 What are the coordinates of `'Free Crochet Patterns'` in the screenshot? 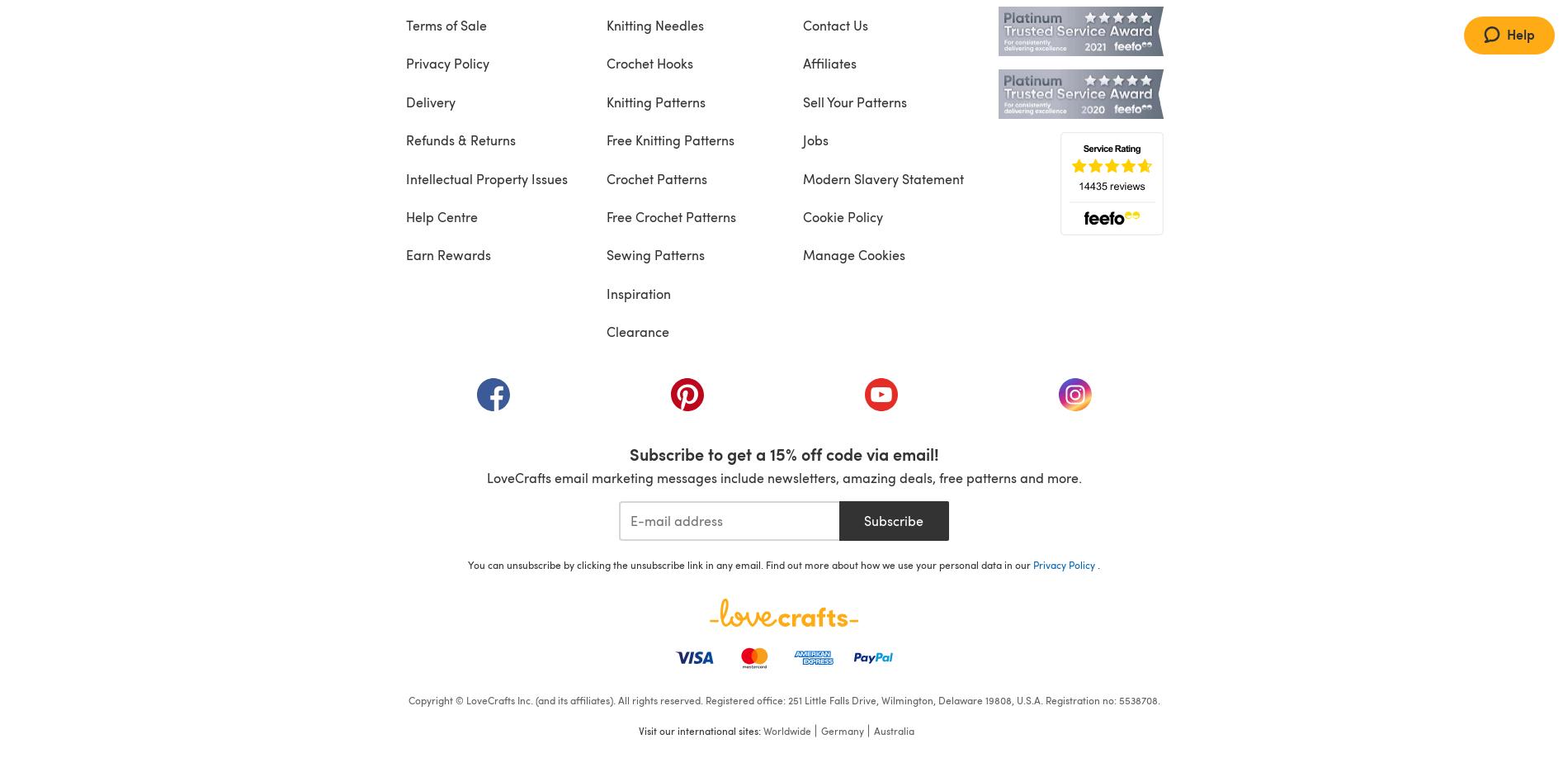 It's located at (670, 215).